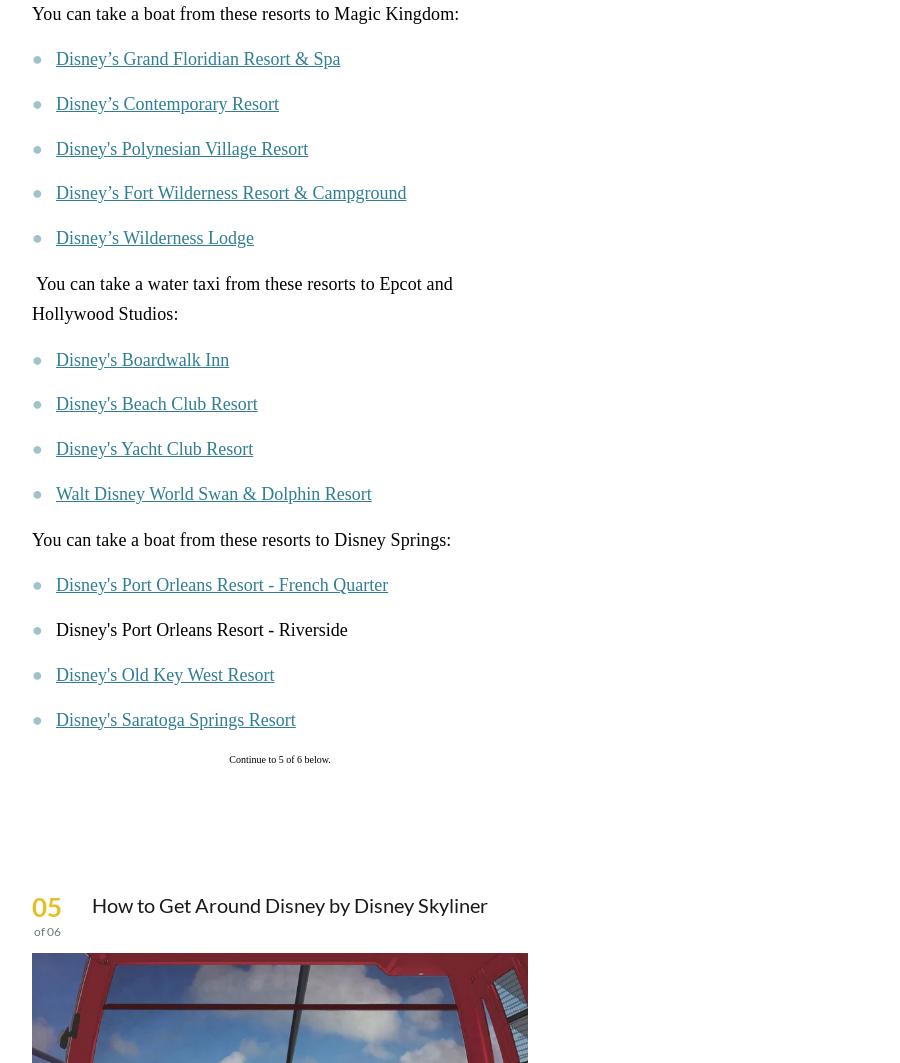  Describe the element at coordinates (154, 449) in the screenshot. I see `'Disney's Yacht Club Resort'` at that location.